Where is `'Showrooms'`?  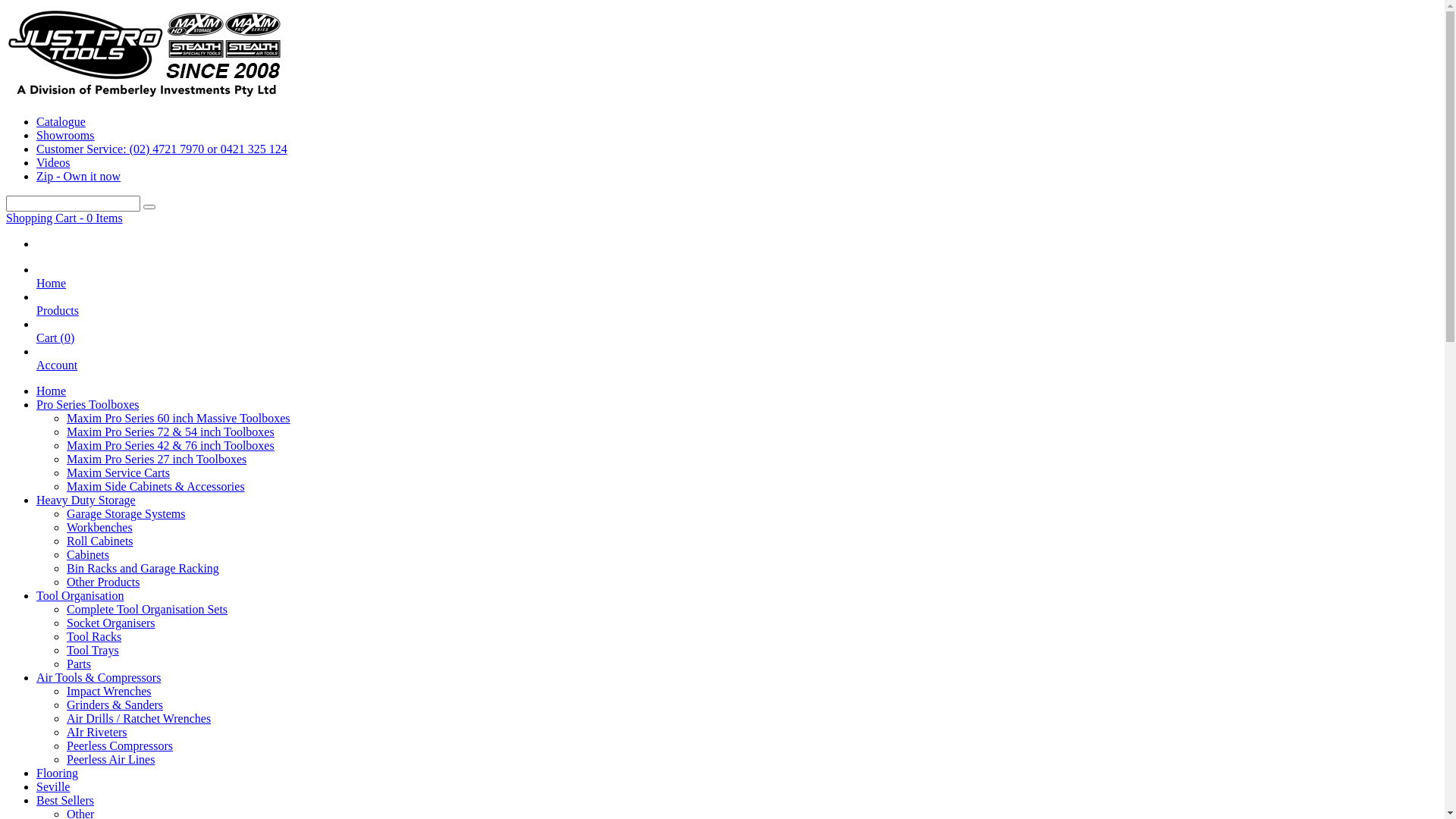
'Showrooms' is located at coordinates (64, 134).